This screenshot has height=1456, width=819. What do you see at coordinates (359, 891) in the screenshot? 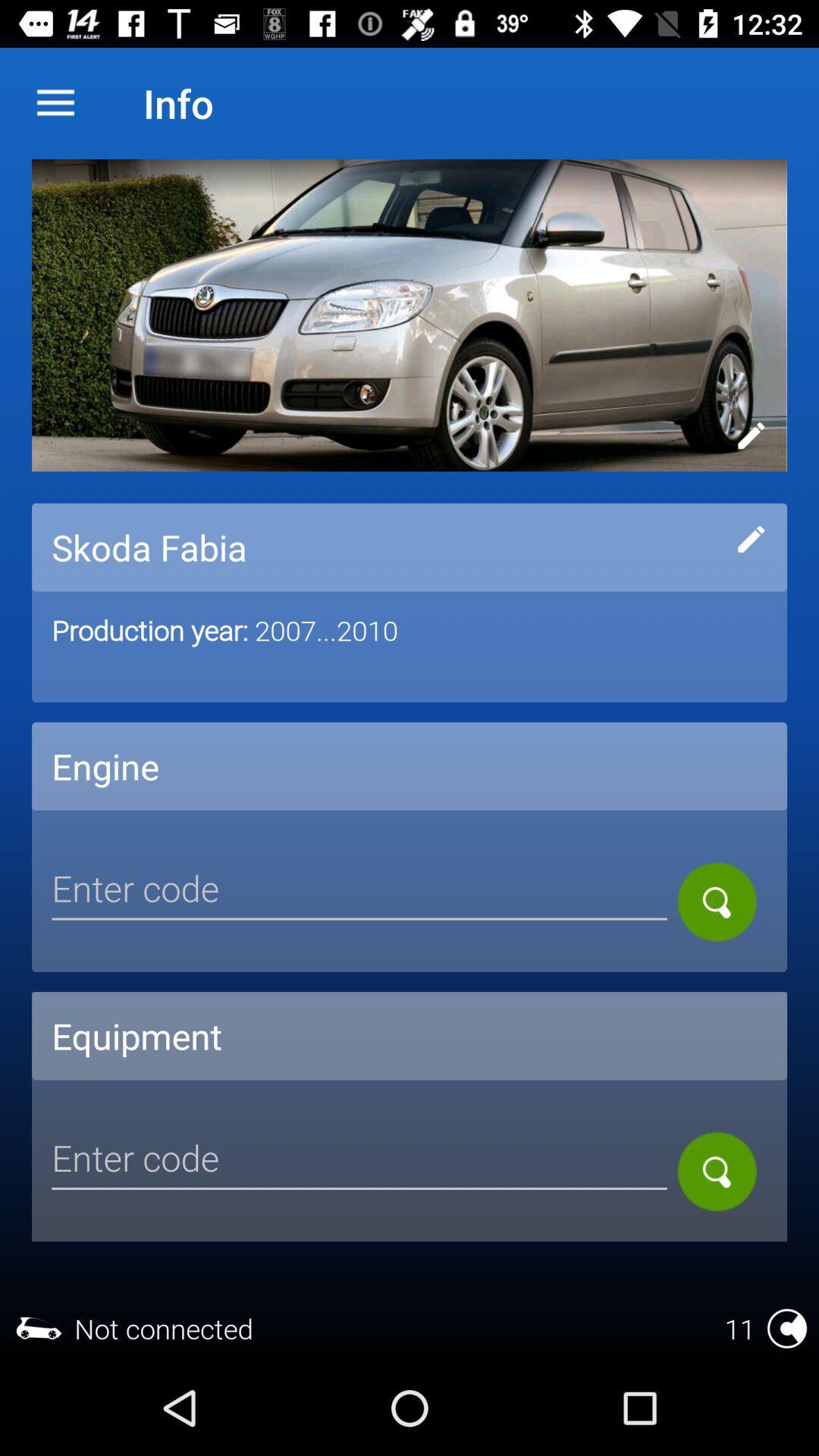
I see `code` at bounding box center [359, 891].